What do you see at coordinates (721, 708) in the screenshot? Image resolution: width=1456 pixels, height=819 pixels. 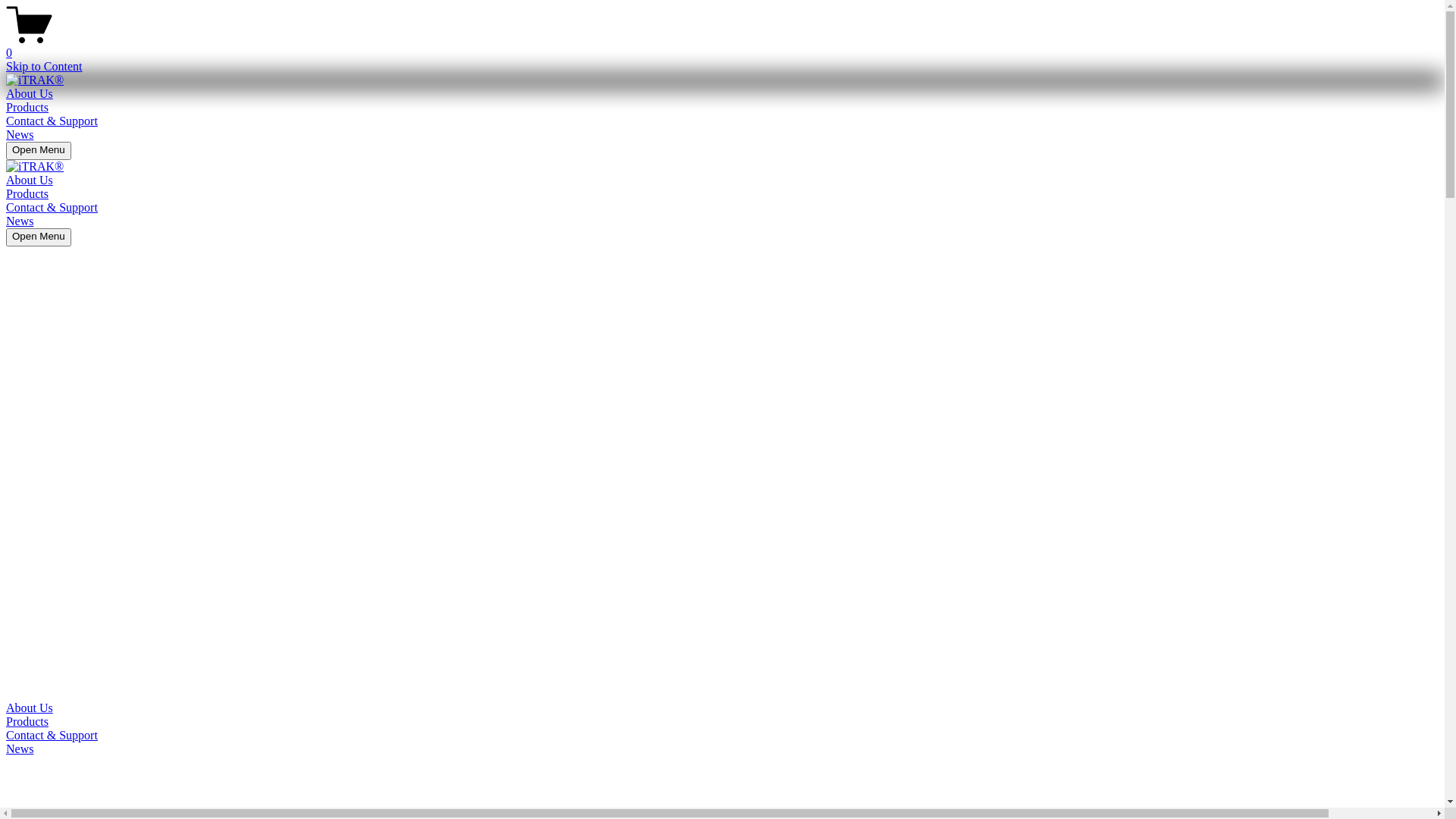 I see `'About Us'` at bounding box center [721, 708].